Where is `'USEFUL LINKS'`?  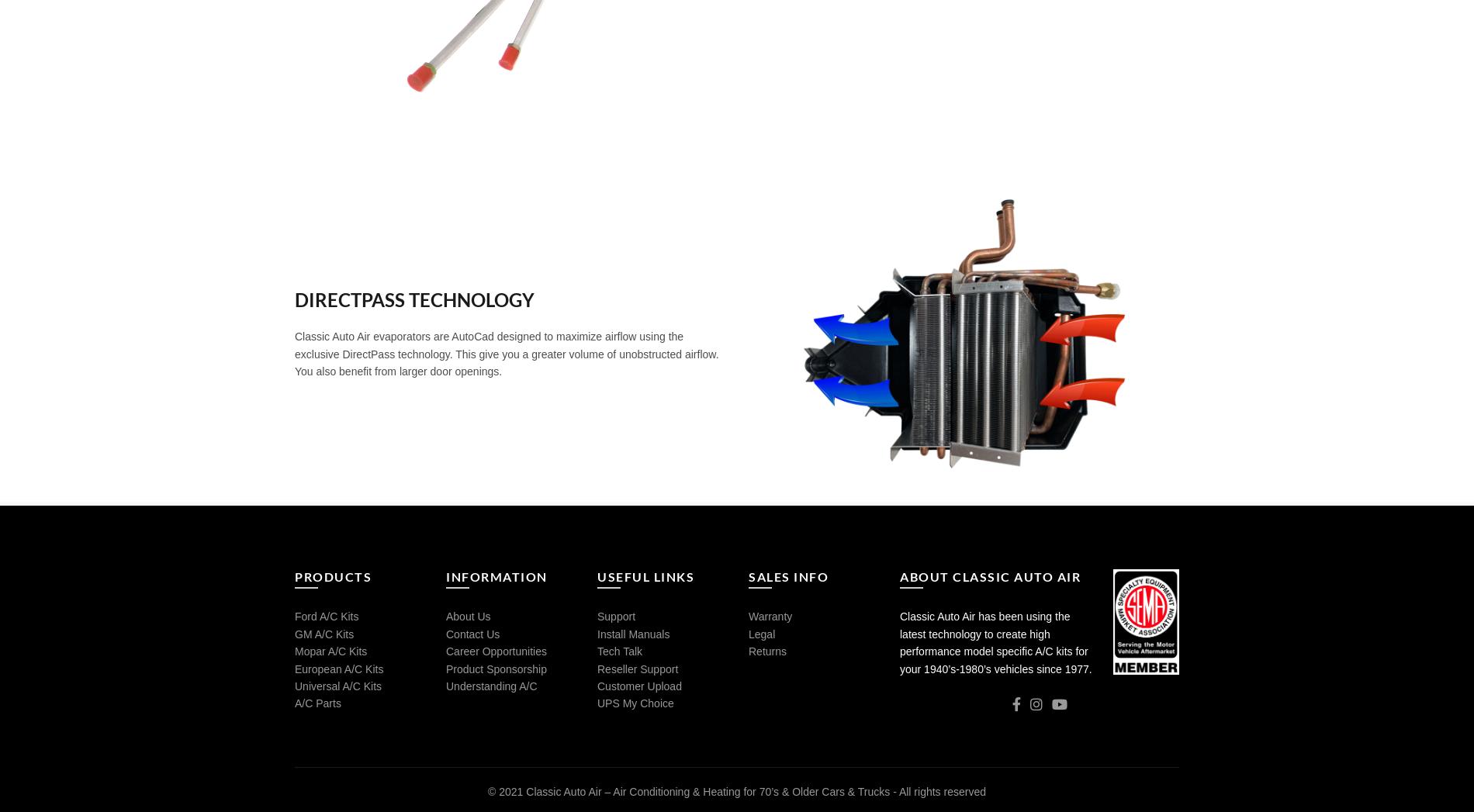 'USEFUL LINKS' is located at coordinates (645, 576).